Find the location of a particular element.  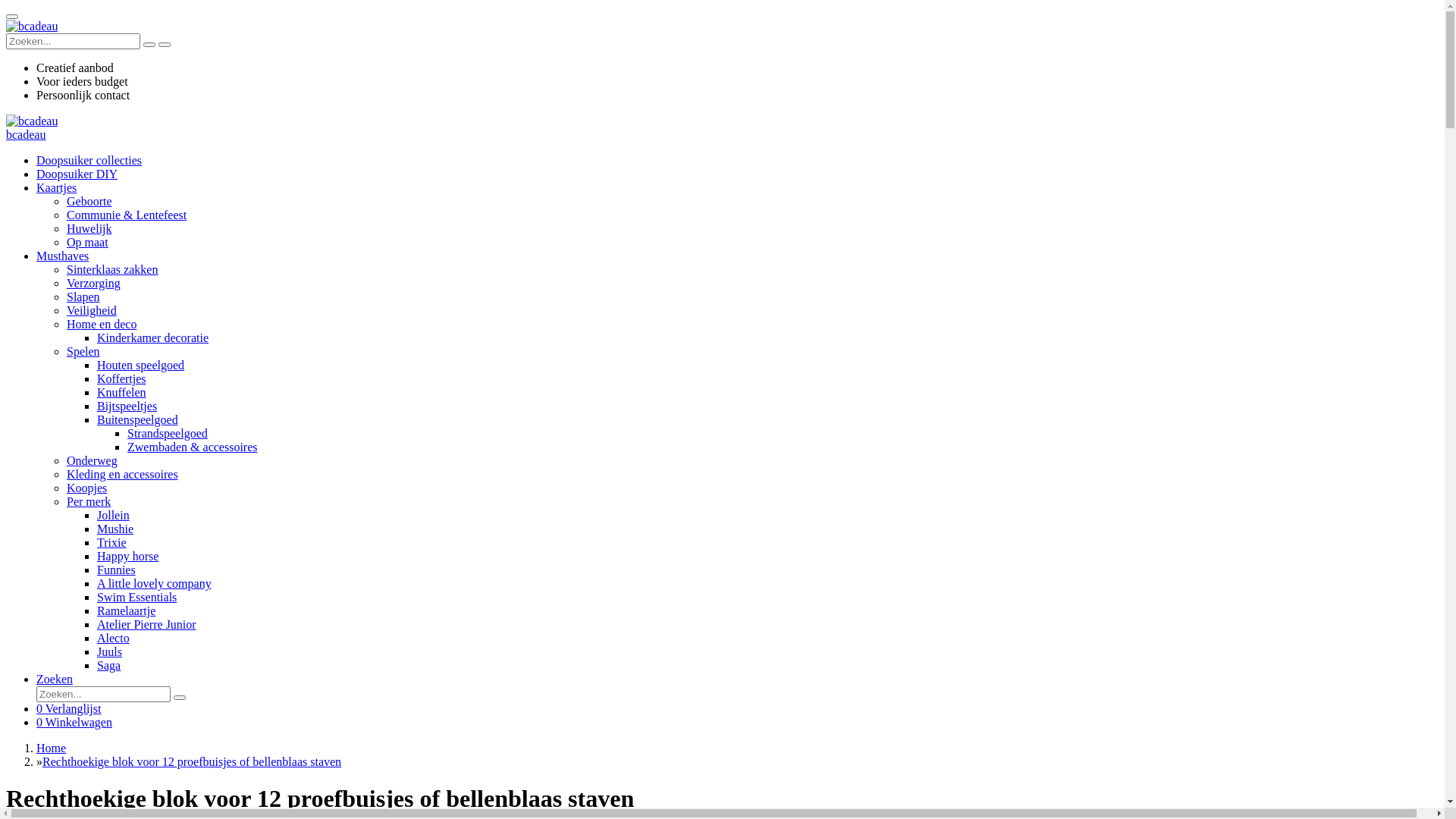

'Per merk' is located at coordinates (65, 501).